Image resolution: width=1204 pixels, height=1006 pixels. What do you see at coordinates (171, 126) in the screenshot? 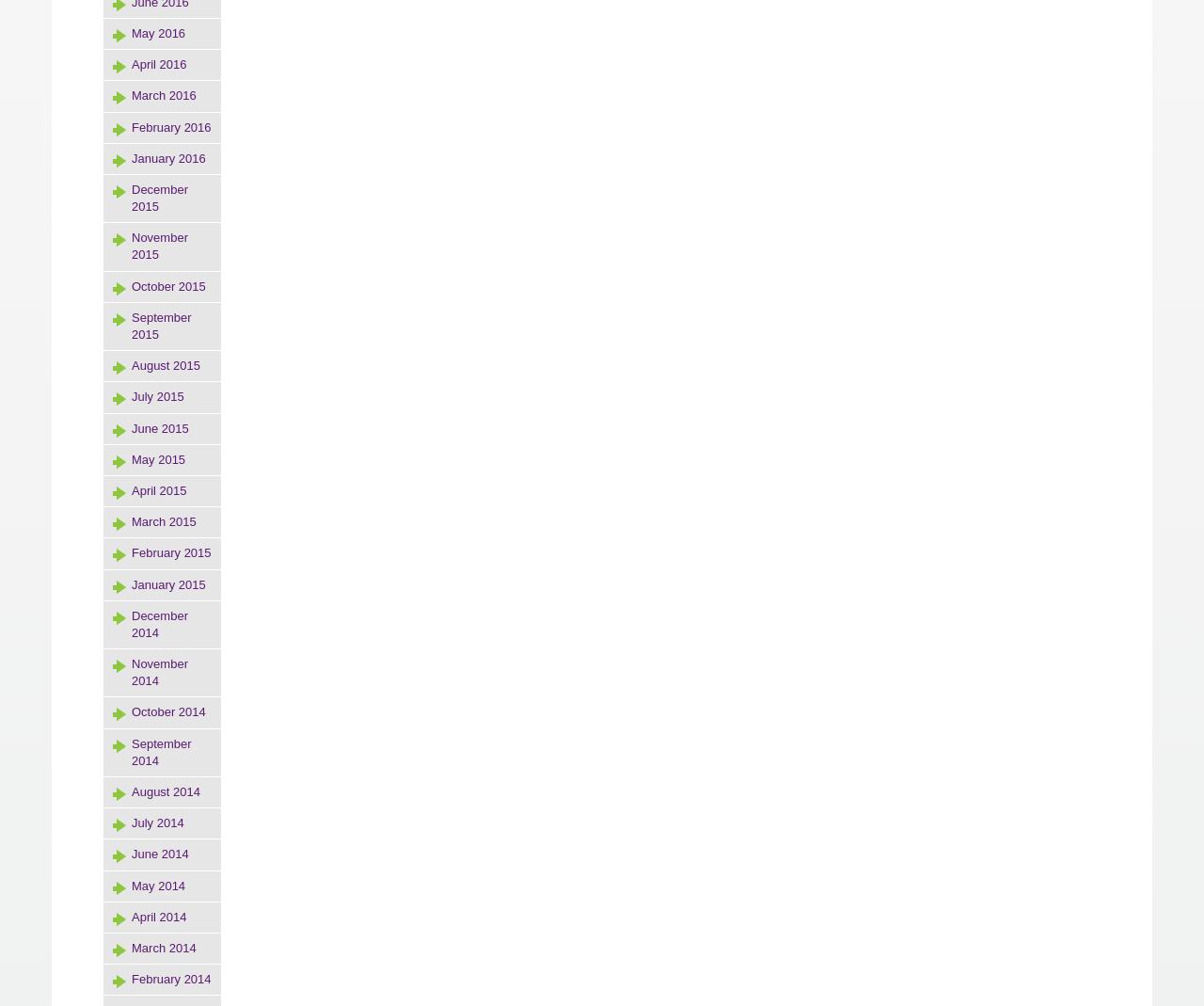
I see `'February 2016'` at bounding box center [171, 126].